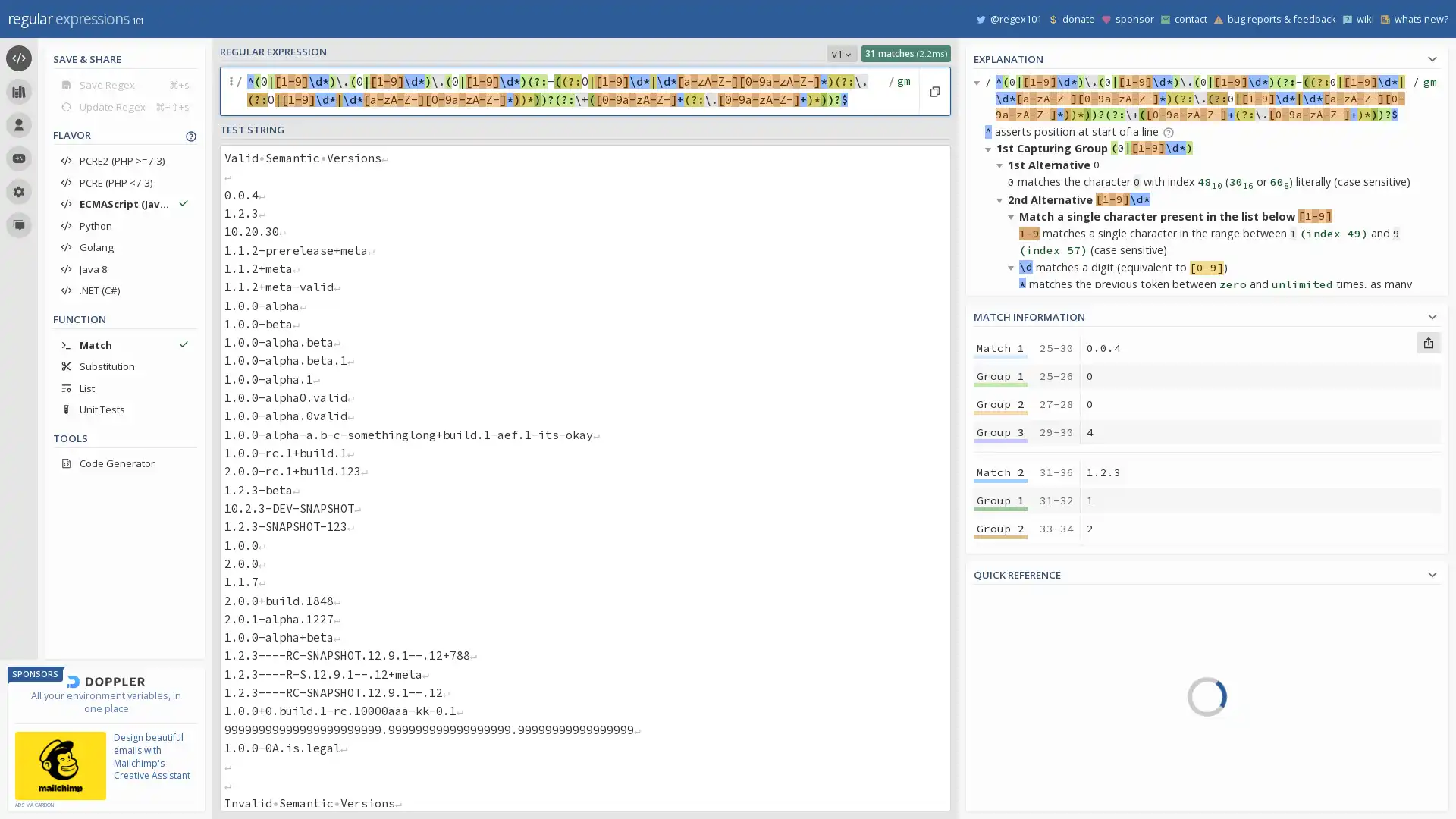 The width and height of the screenshot is (1456, 819). I want to click on Collapse Subtree, so click(990, 695).